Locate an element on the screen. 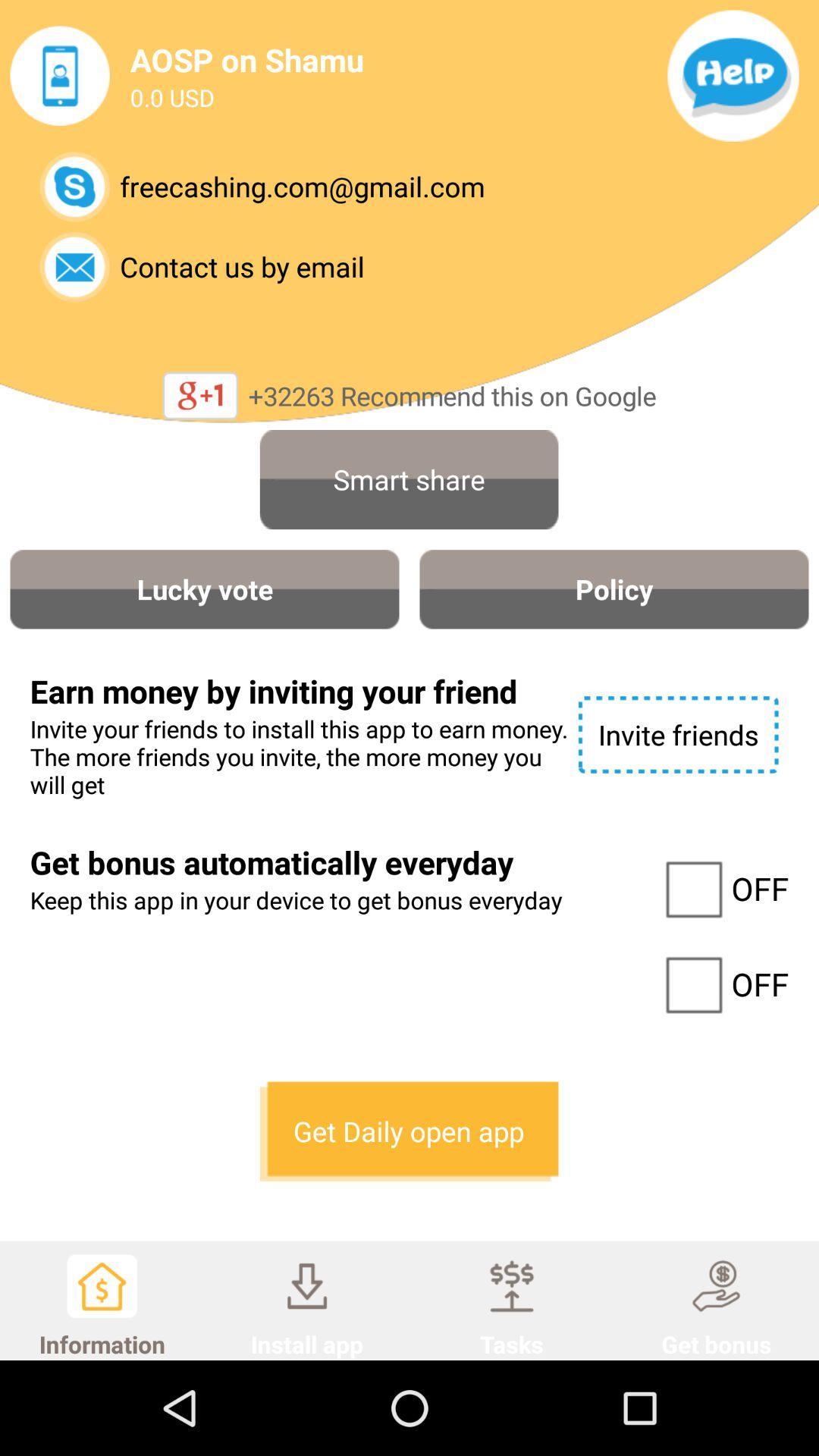 This screenshot has width=819, height=1456. email them is located at coordinates (74, 267).